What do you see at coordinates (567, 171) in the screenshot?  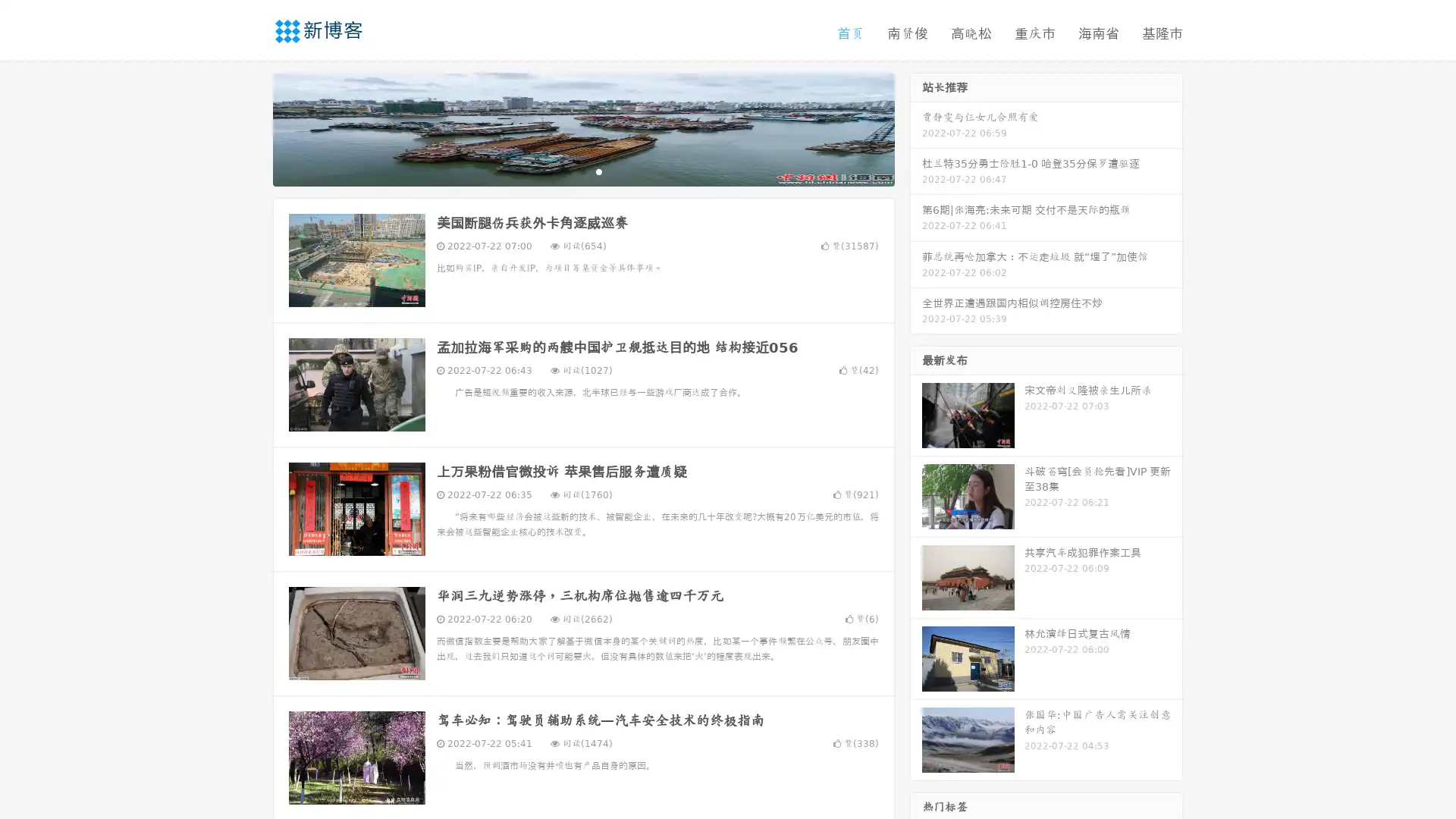 I see `Go to slide 1` at bounding box center [567, 171].